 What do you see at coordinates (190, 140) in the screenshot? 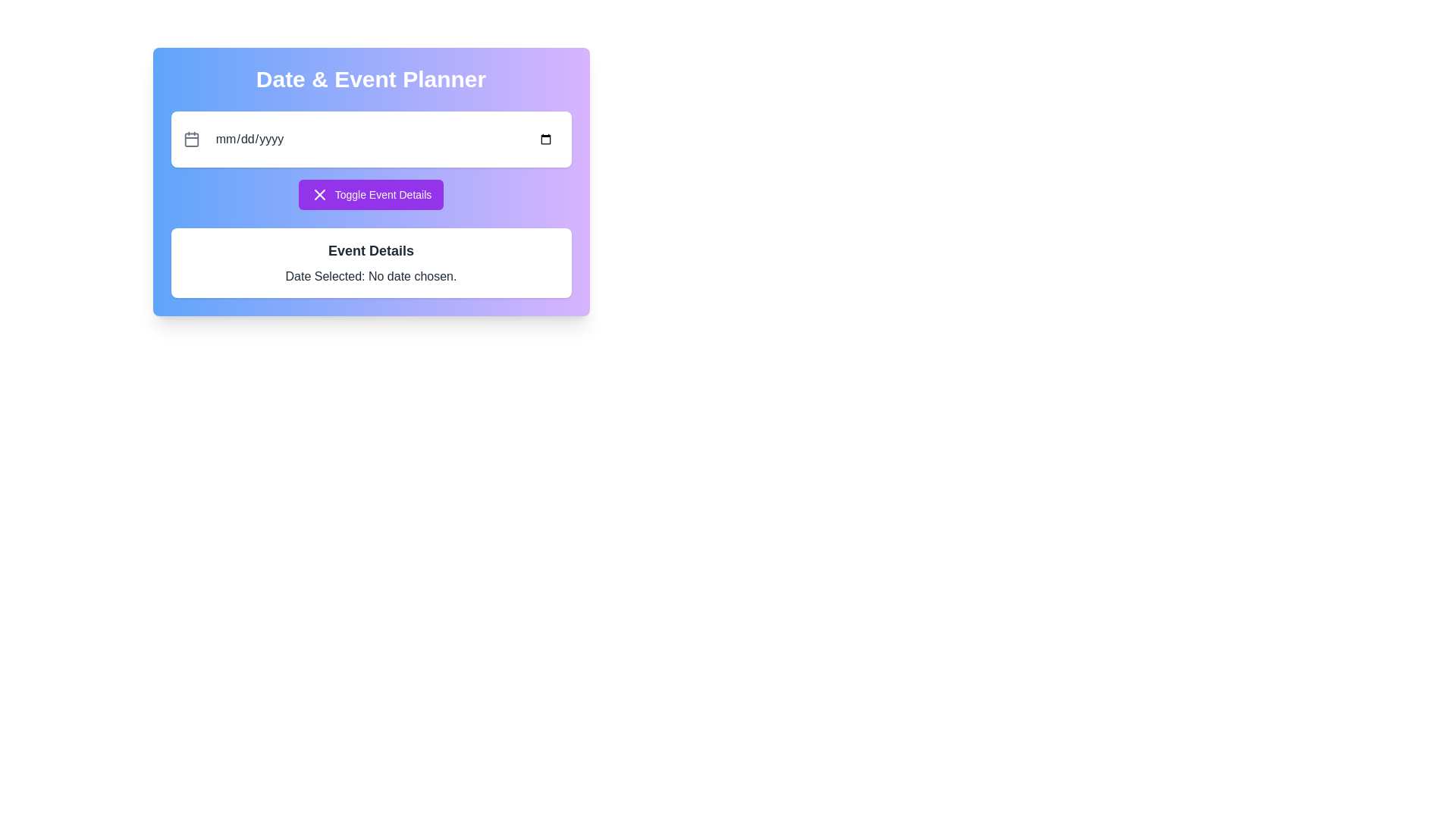
I see `the calendar icon button, which has a rectangular outline with rounded corners and is located to the left of the date input field labeled 'mm/dd/yyyy'` at bounding box center [190, 140].